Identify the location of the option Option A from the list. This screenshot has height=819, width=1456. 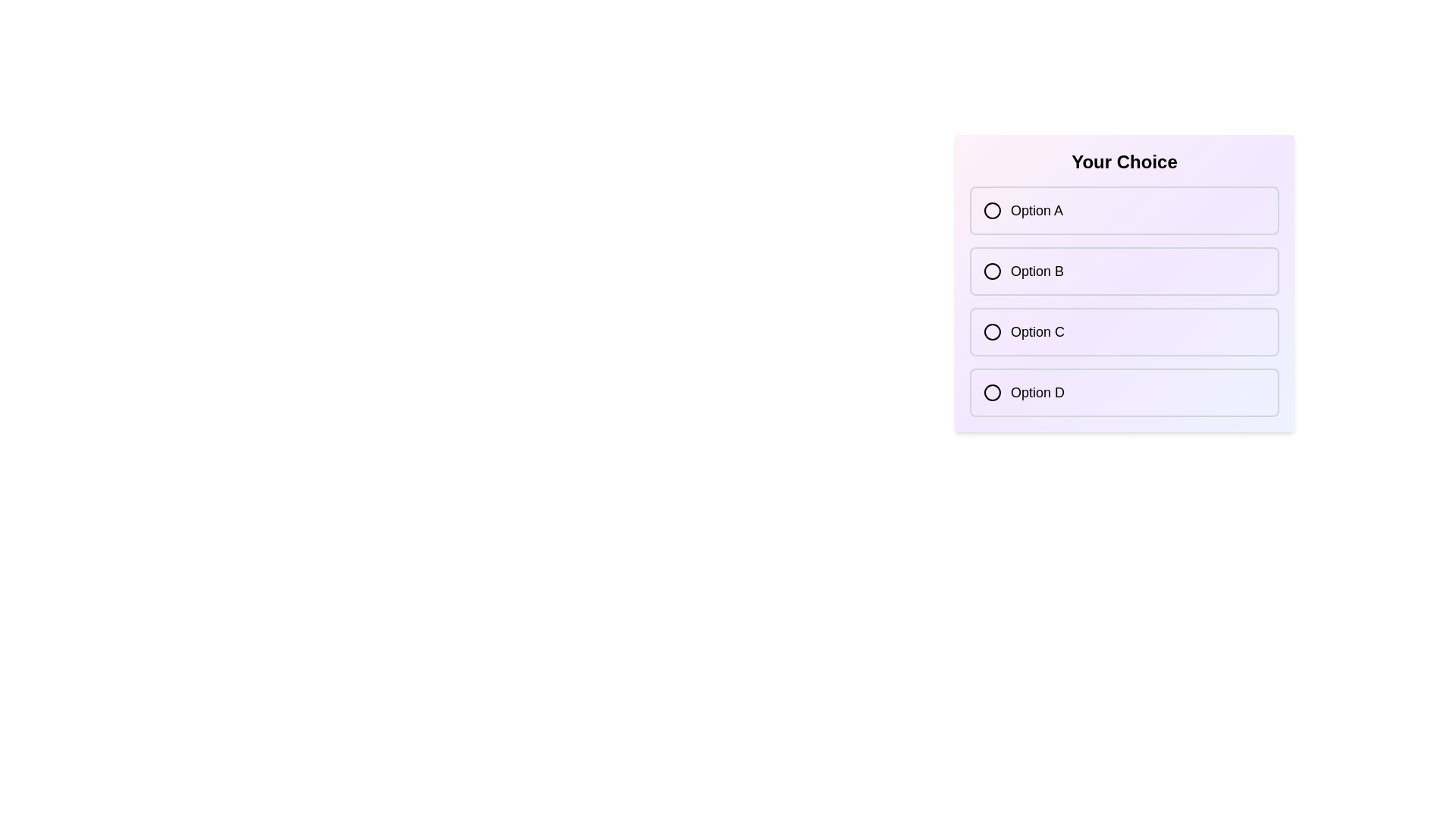
(1125, 210).